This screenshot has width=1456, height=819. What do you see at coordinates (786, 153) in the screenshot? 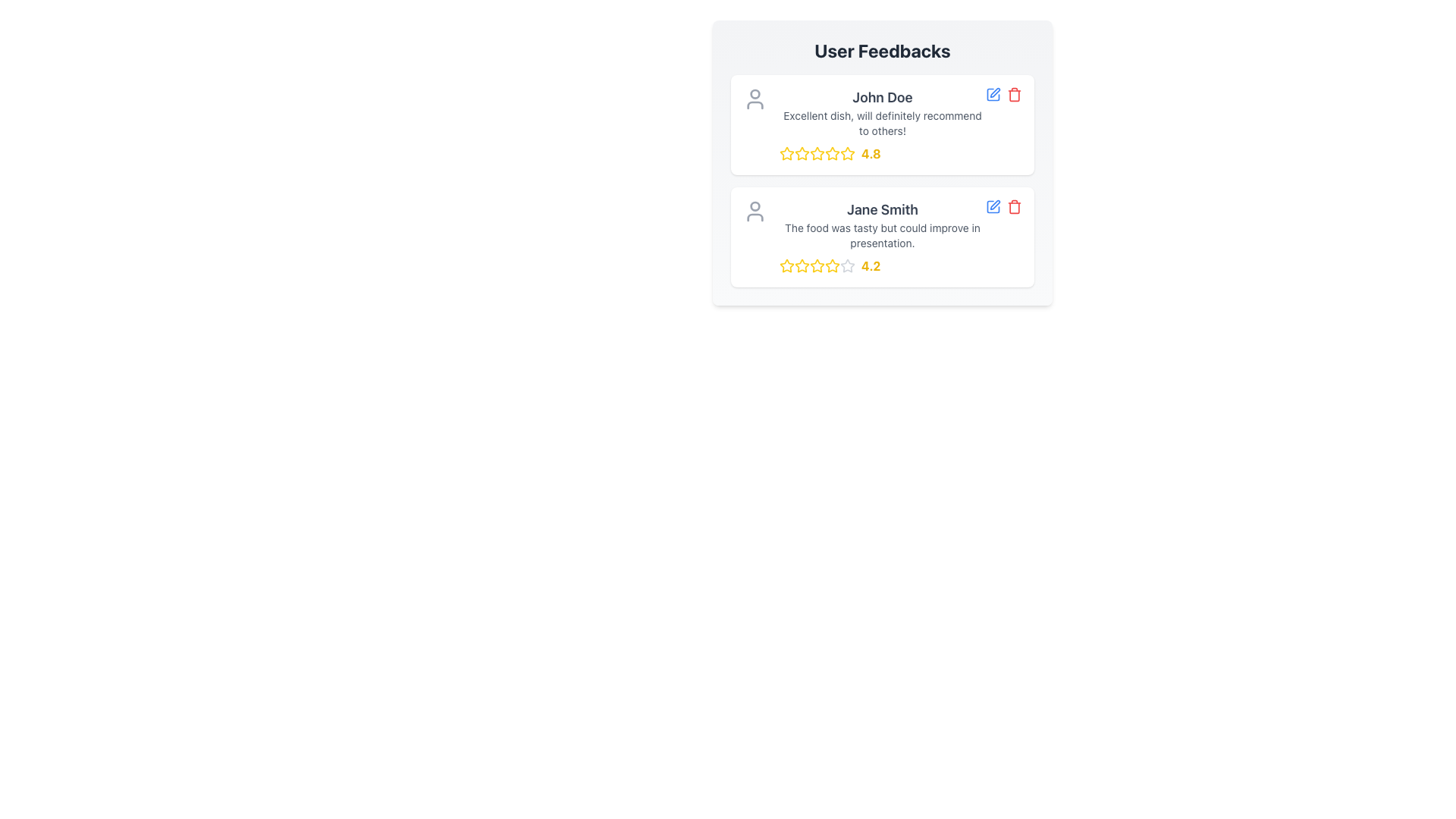
I see `the first star icon in the rating component for user 'John Doe' to interact with the rating functionality` at bounding box center [786, 153].